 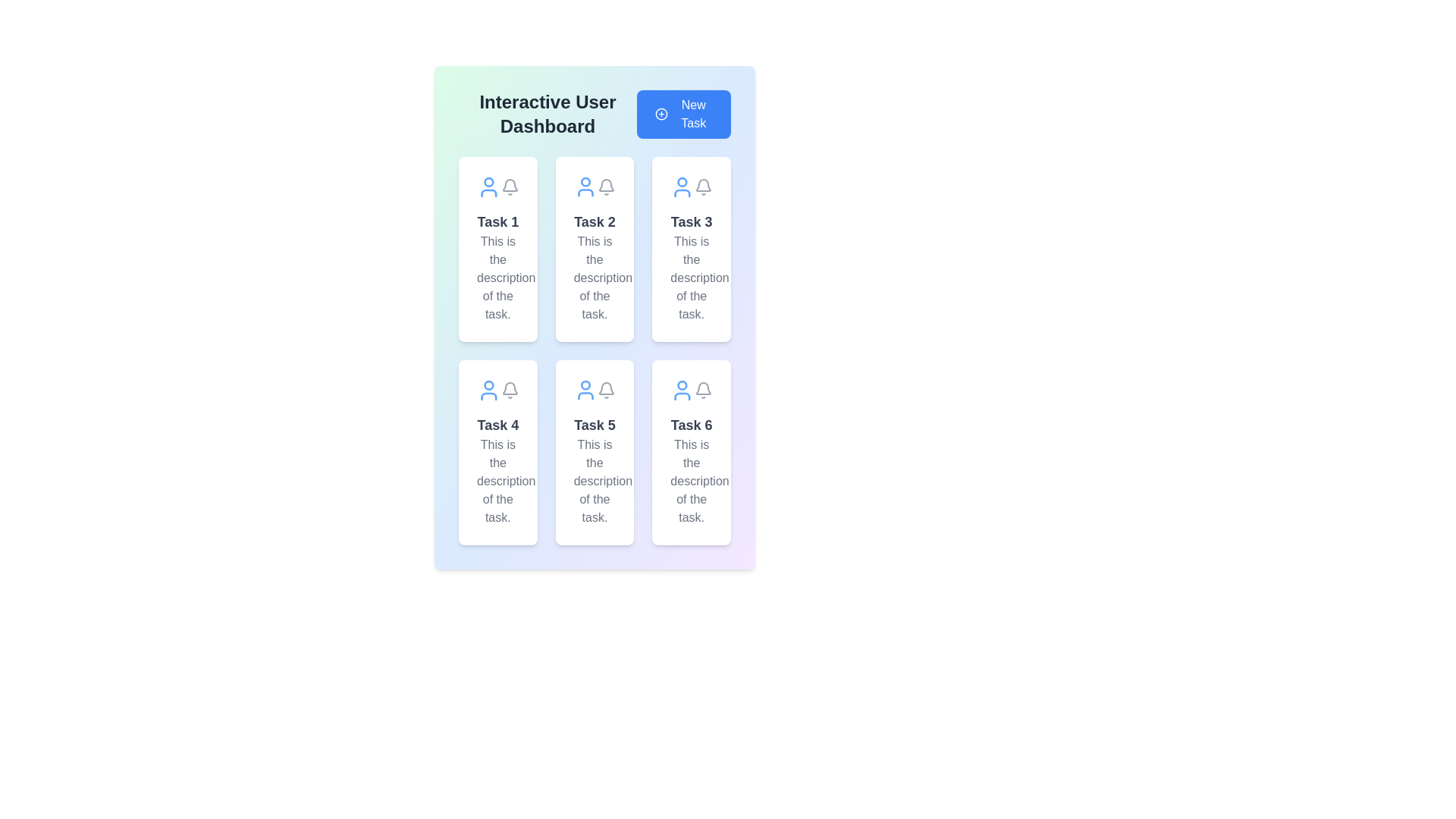 What do you see at coordinates (682, 384) in the screenshot?
I see `the graphical SVG circle element within the user profile icon located in the last card (Task 6) of the second row in a 3x2 card grid` at bounding box center [682, 384].